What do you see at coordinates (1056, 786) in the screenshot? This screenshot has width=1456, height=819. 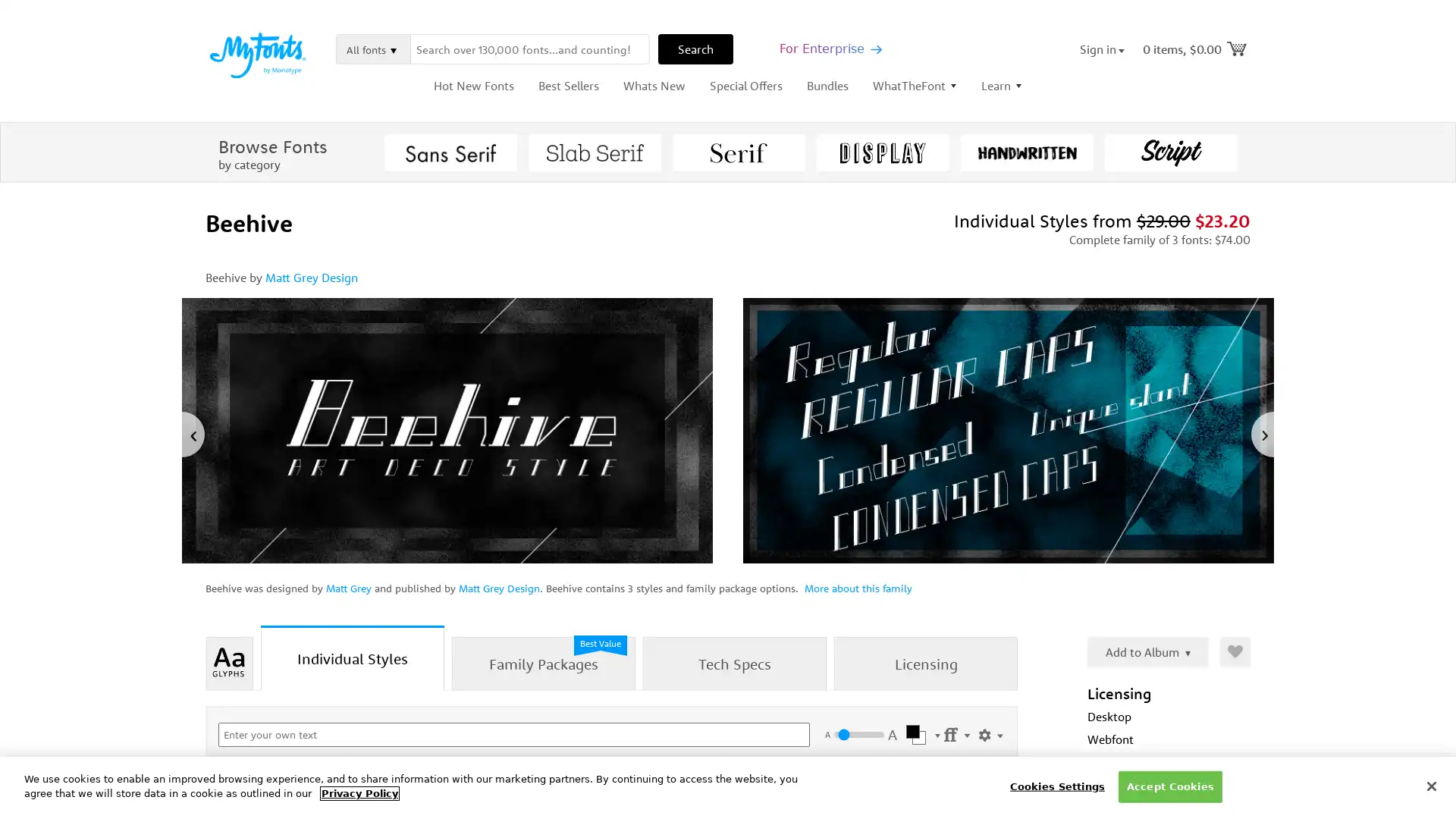 I see `Cookies Settings` at bounding box center [1056, 786].